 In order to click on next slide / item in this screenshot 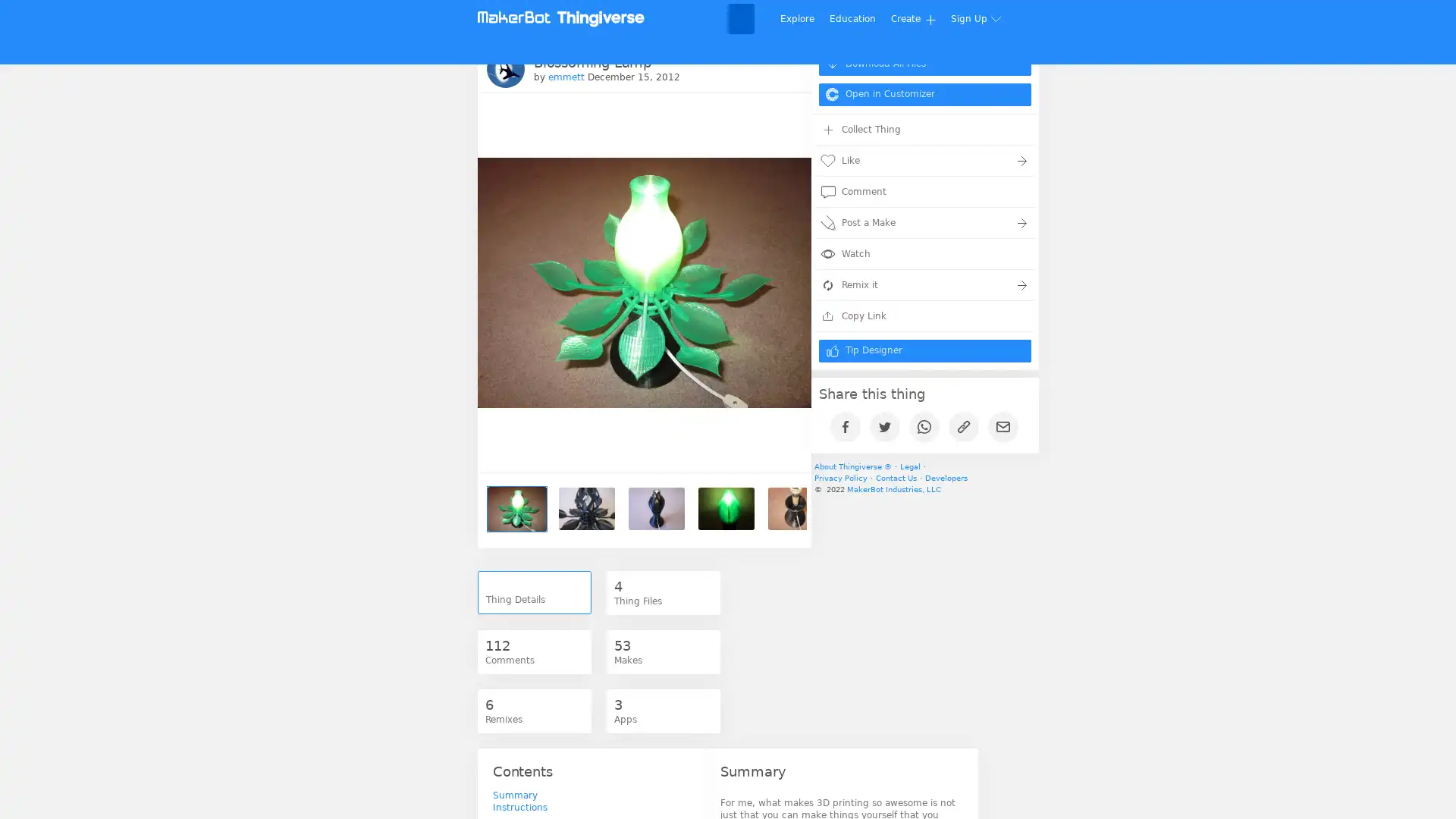, I will do `click(780, 508)`.